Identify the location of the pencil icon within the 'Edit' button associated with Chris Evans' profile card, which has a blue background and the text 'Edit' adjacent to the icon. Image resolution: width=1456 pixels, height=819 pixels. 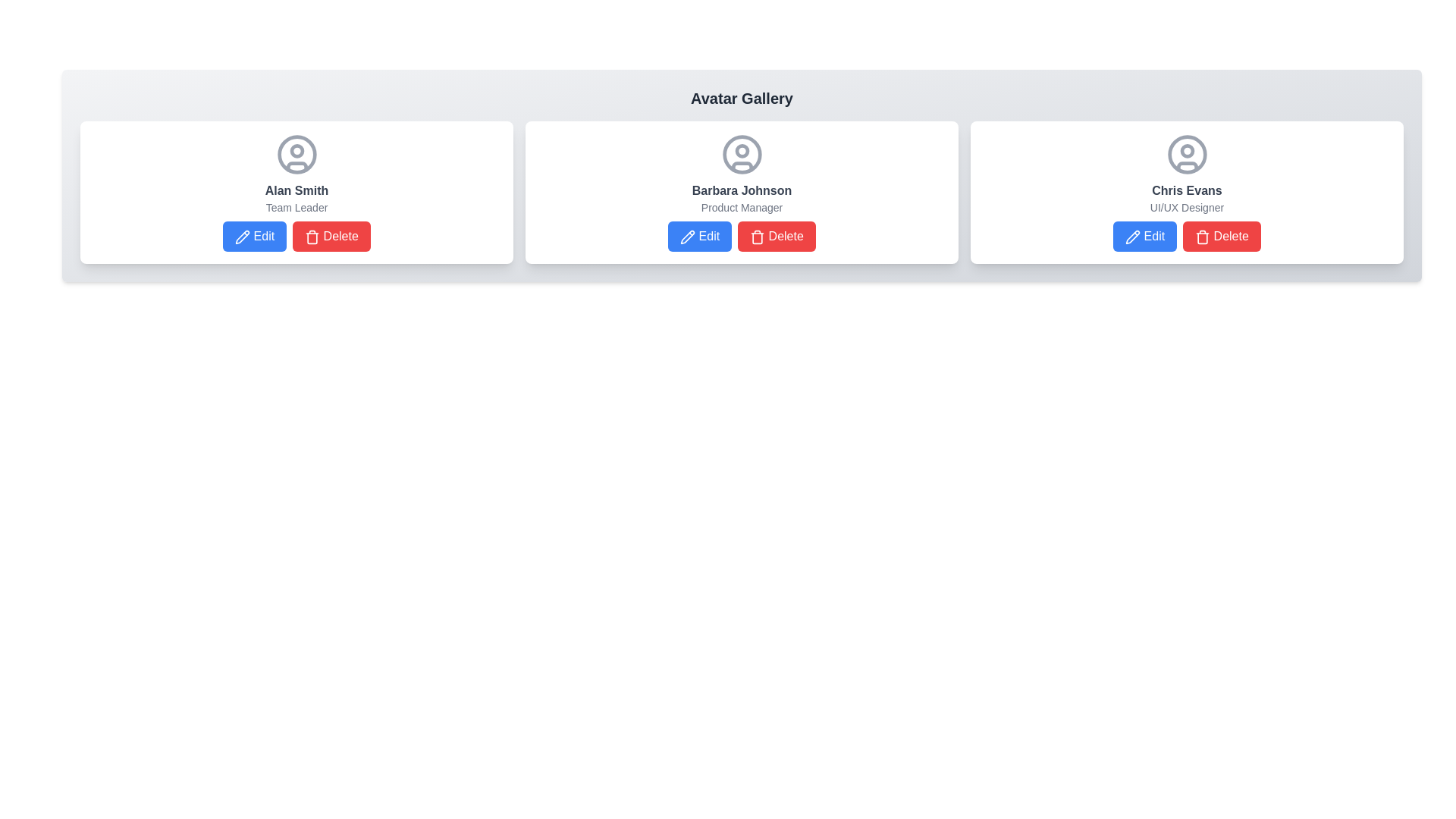
(1133, 237).